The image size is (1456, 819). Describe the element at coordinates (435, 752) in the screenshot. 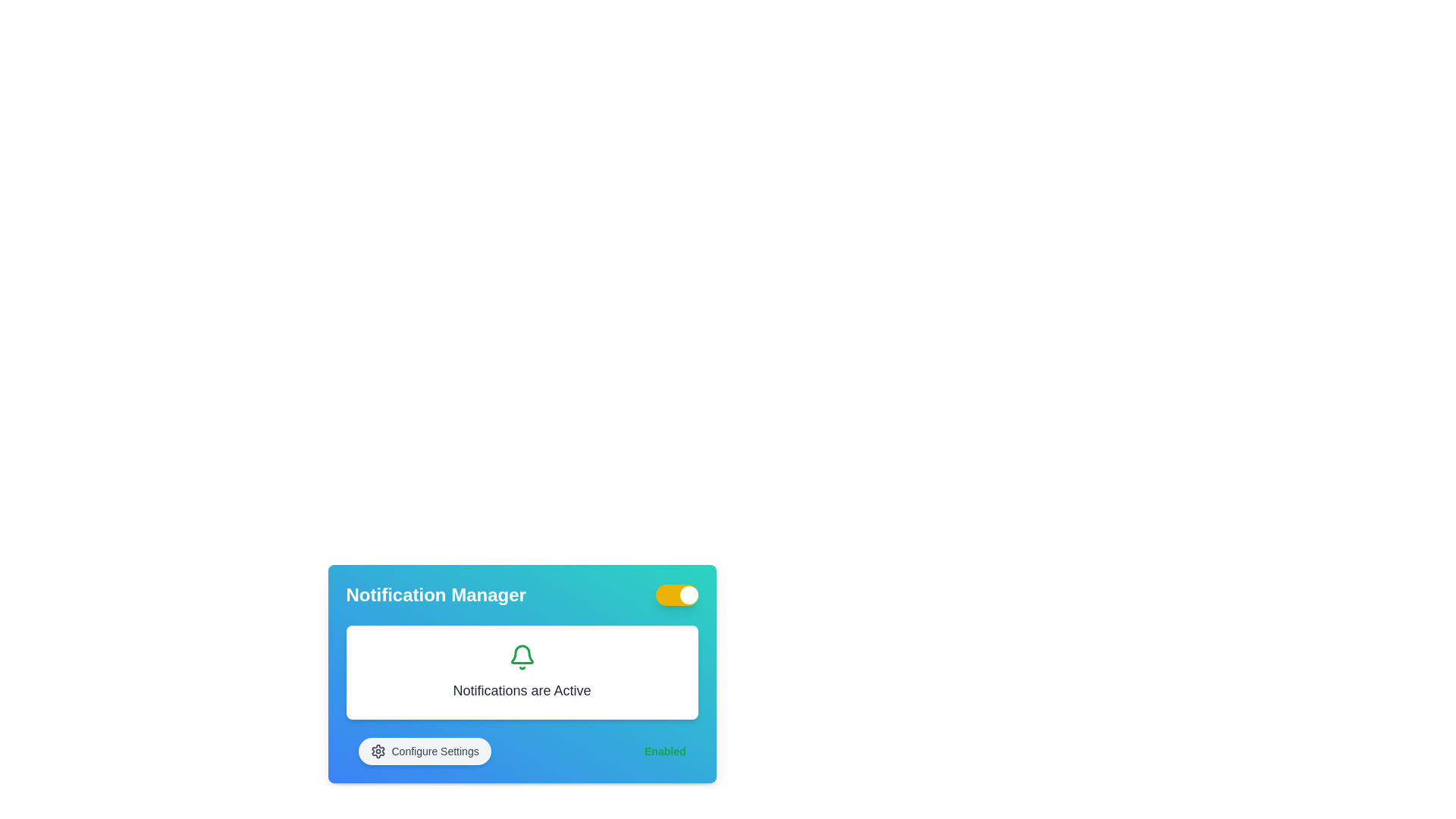

I see `the text label within the 'Configure Settings' button located in the lower-left corner of the 'Notification Manager' interface` at that location.